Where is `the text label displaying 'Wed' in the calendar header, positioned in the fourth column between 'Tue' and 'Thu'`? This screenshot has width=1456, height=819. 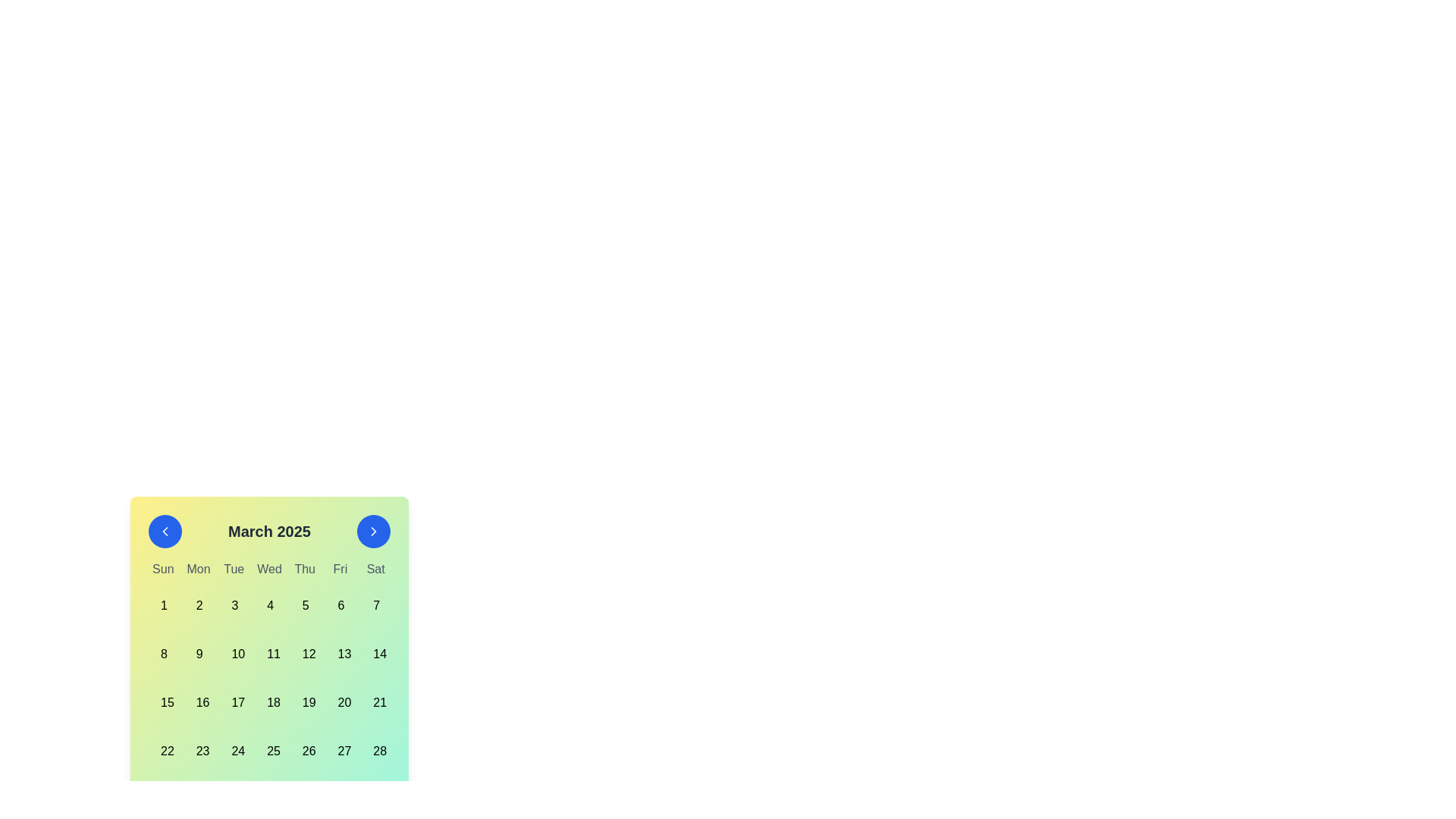
the text label displaying 'Wed' in the calendar header, positioned in the fourth column between 'Tue' and 'Thu' is located at coordinates (269, 570).